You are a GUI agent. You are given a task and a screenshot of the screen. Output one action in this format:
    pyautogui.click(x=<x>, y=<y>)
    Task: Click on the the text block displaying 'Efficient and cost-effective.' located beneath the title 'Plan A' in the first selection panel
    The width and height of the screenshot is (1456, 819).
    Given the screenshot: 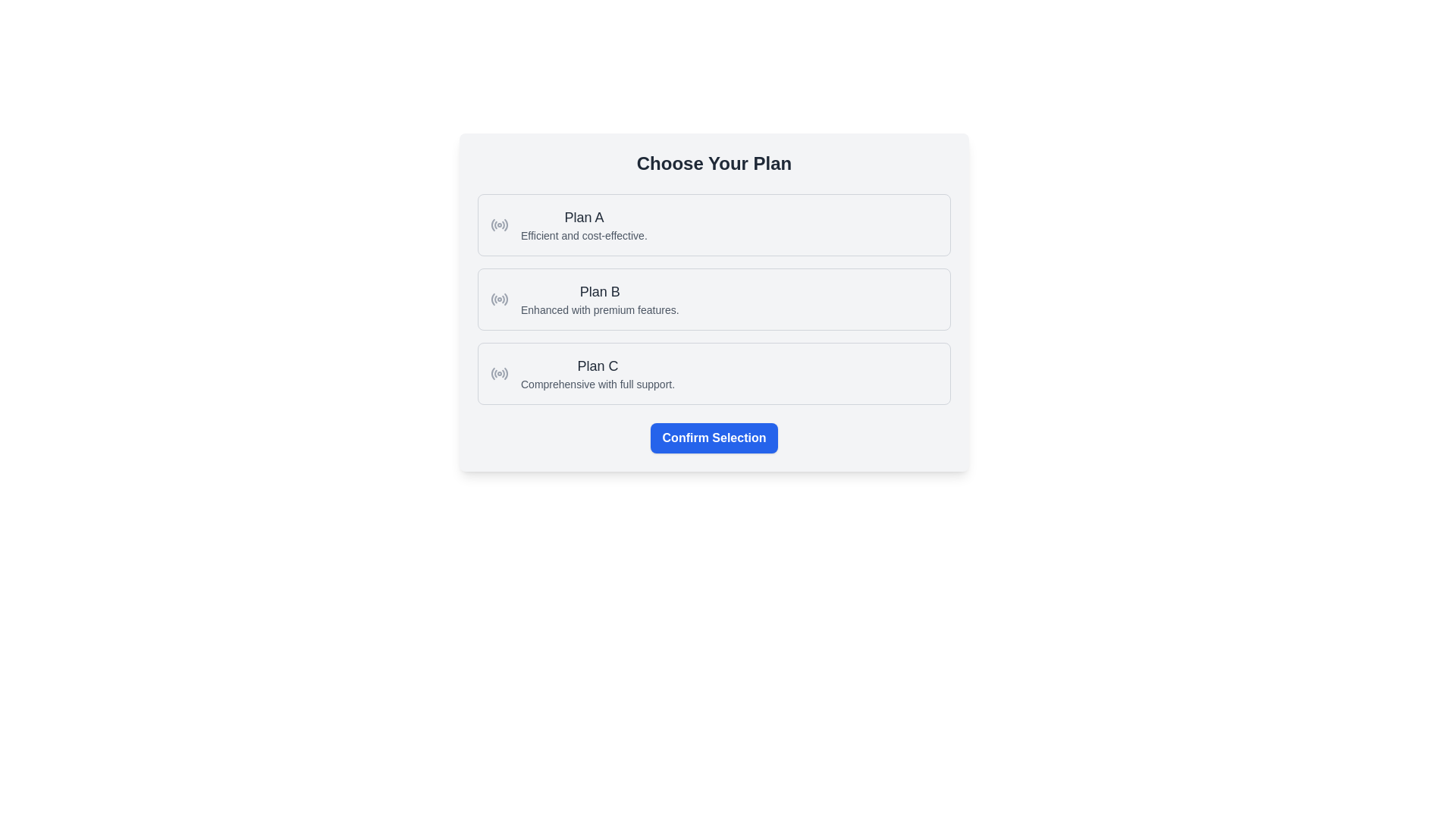 What is the action you would take?
    pyautogui.click(x=583, y=236)
    